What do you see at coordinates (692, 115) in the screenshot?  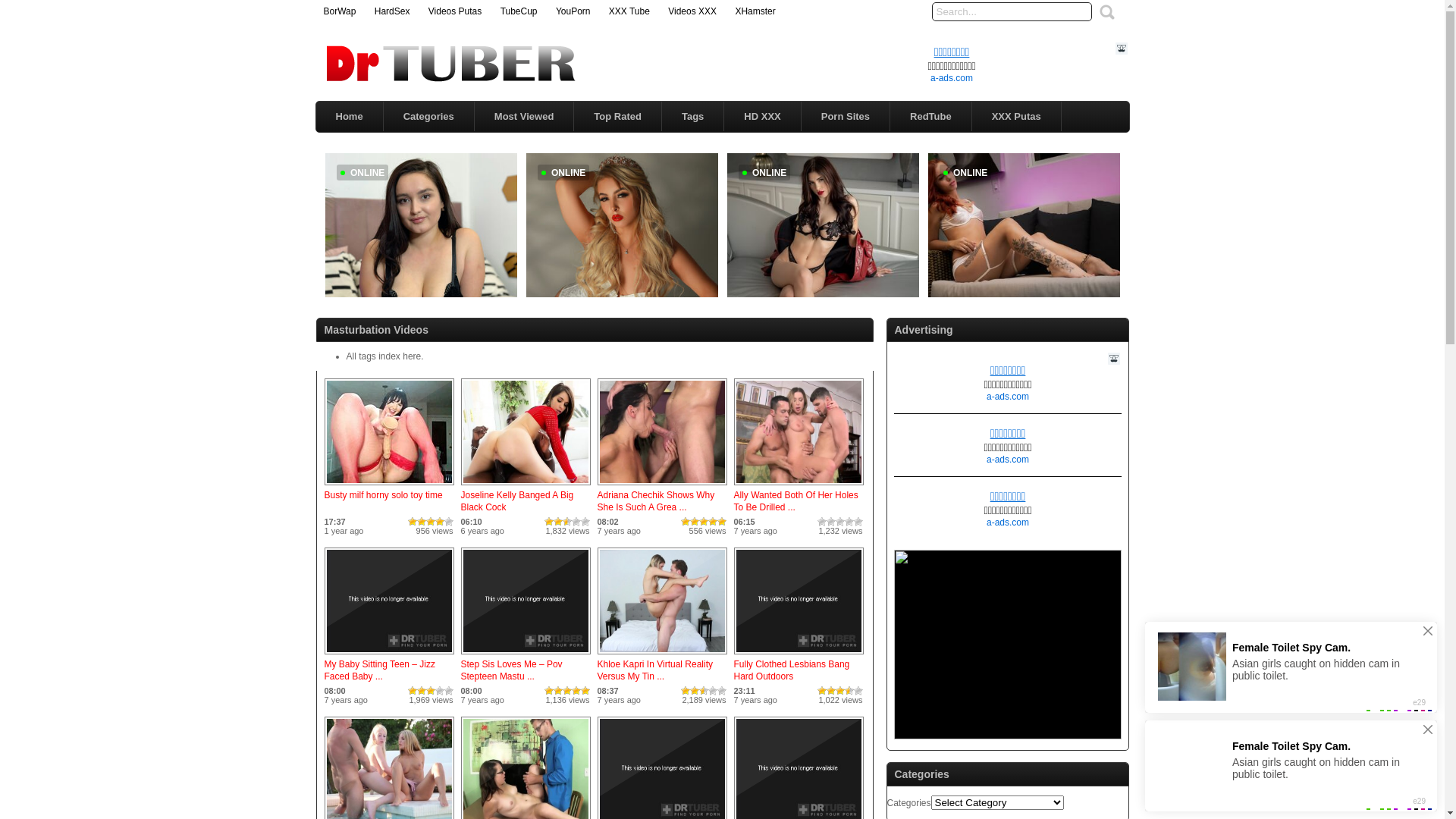 I see `'Tags'` at bounding box center [692, 115].